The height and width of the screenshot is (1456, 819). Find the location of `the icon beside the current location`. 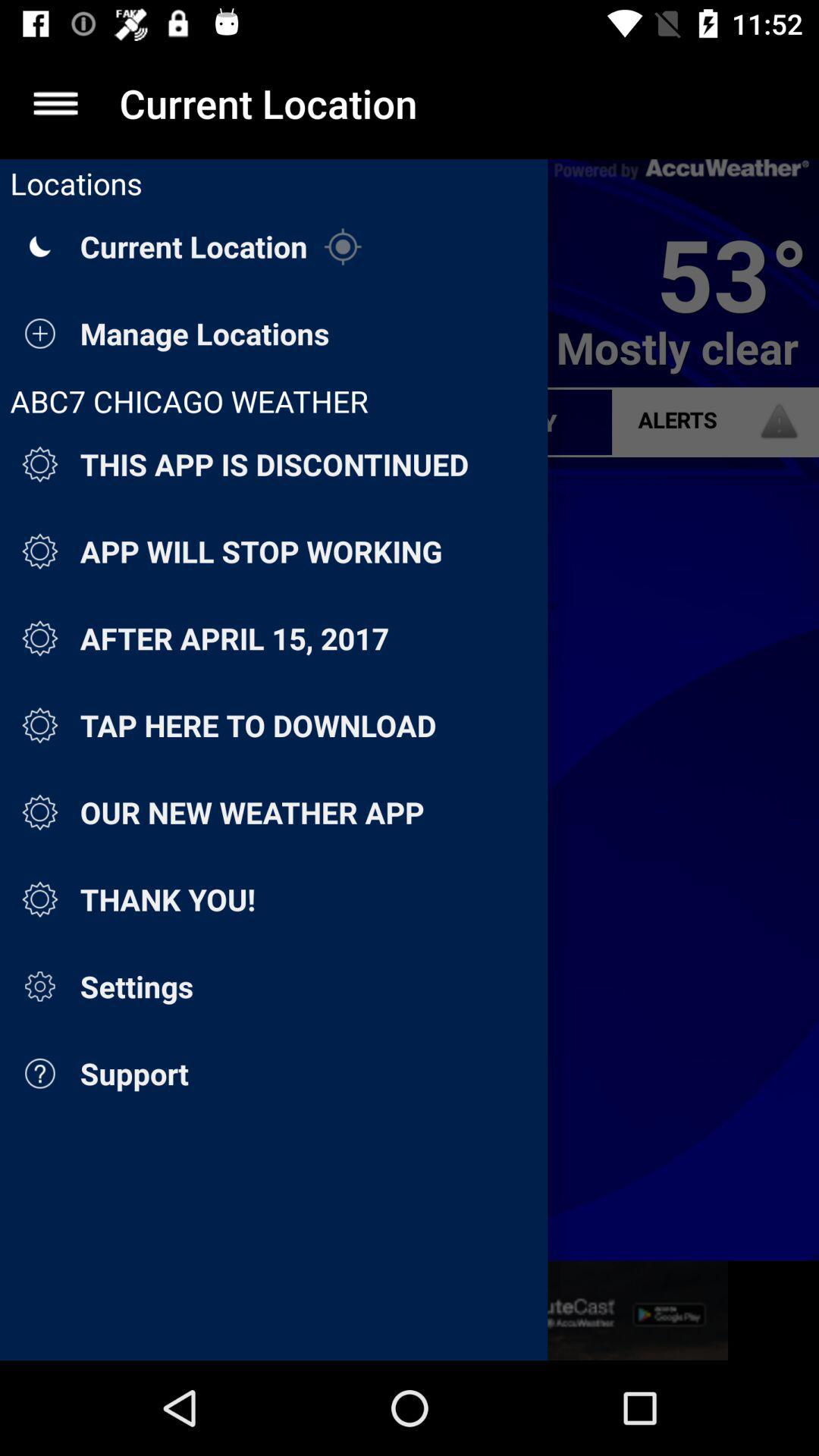

the icon beside the current location is located at coordinates (342, 247).